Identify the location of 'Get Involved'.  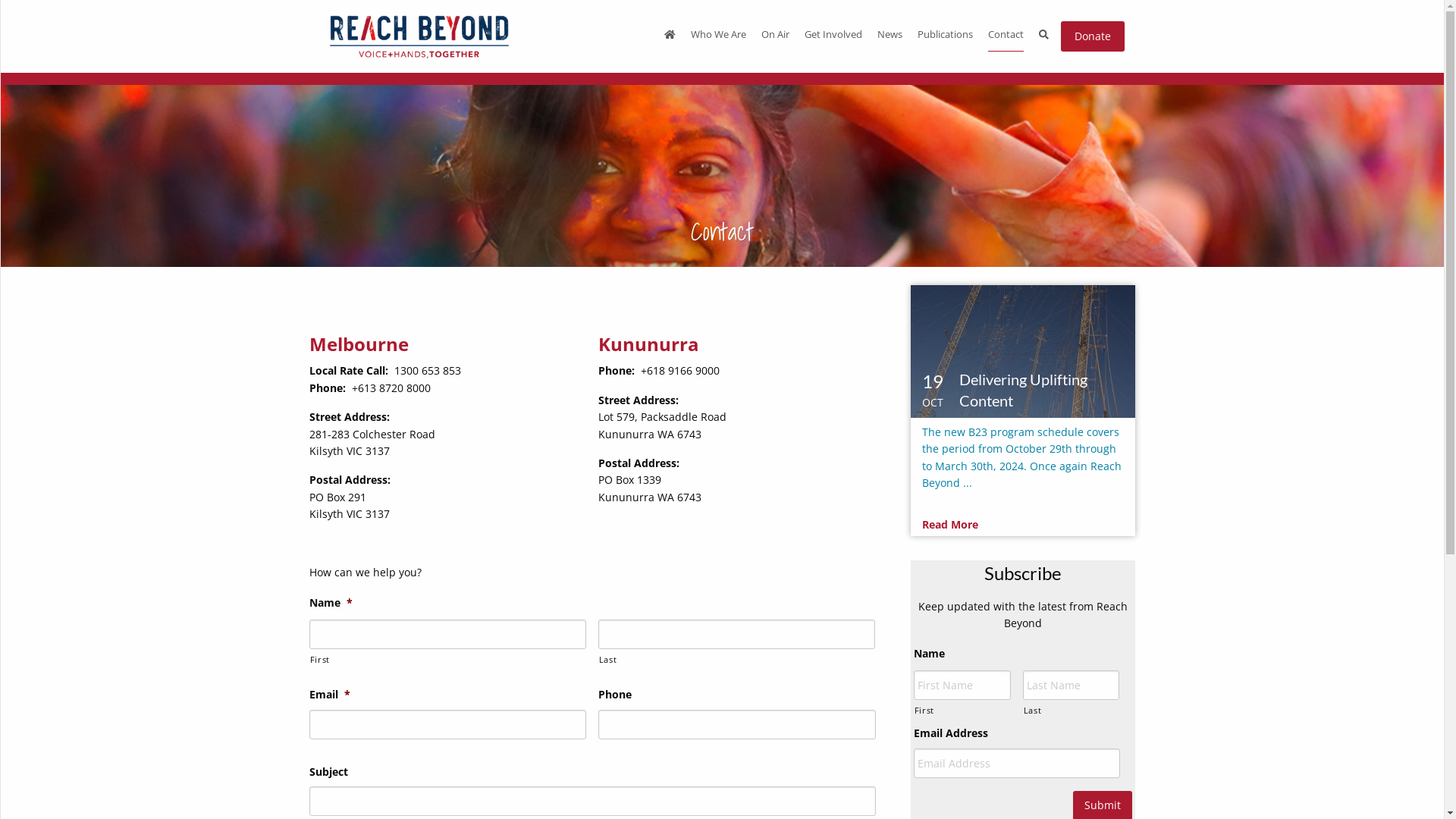
(833, 36).